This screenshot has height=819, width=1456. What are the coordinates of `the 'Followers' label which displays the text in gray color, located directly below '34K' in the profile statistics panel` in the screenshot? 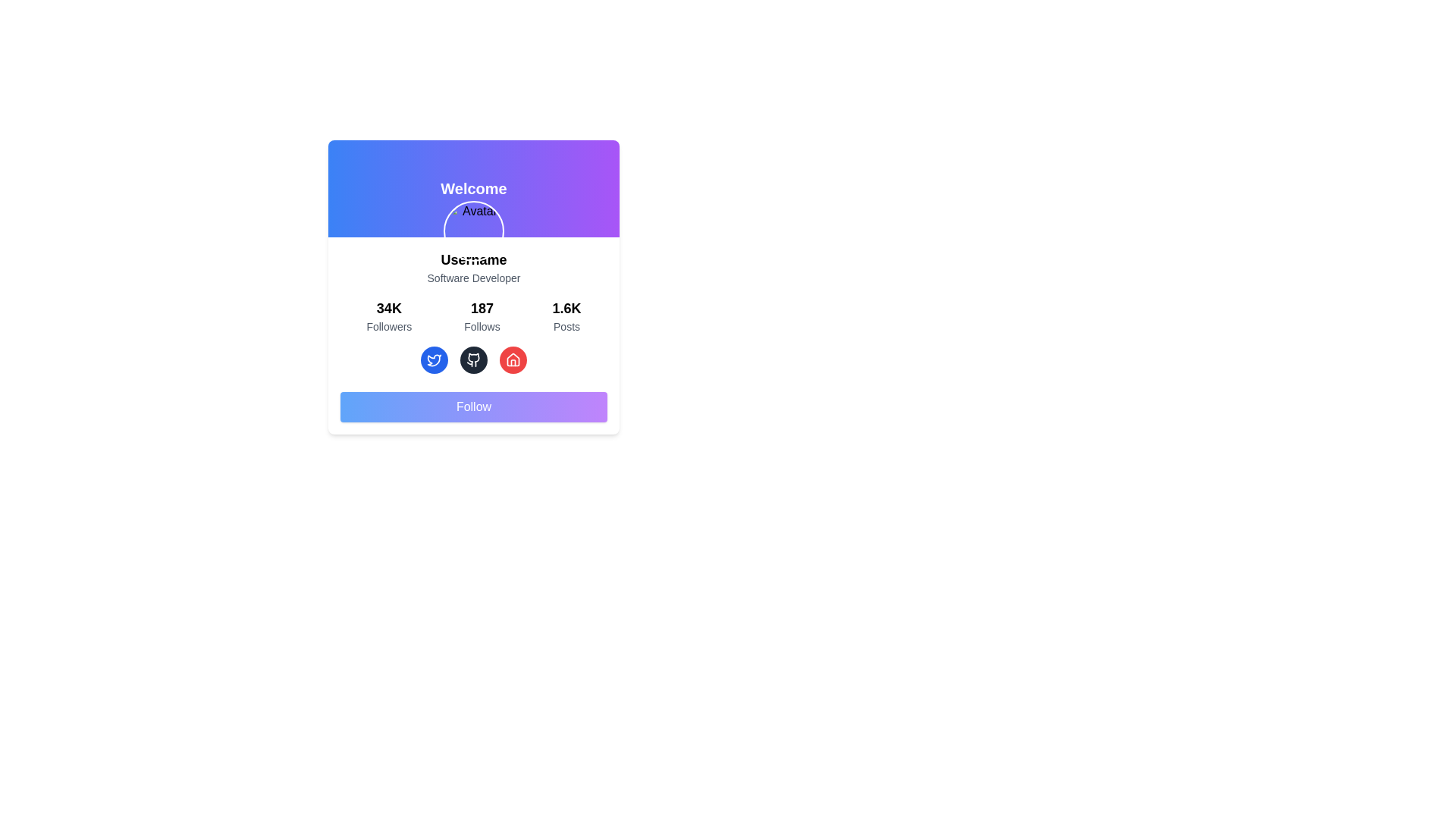 It's located at (389, 326).